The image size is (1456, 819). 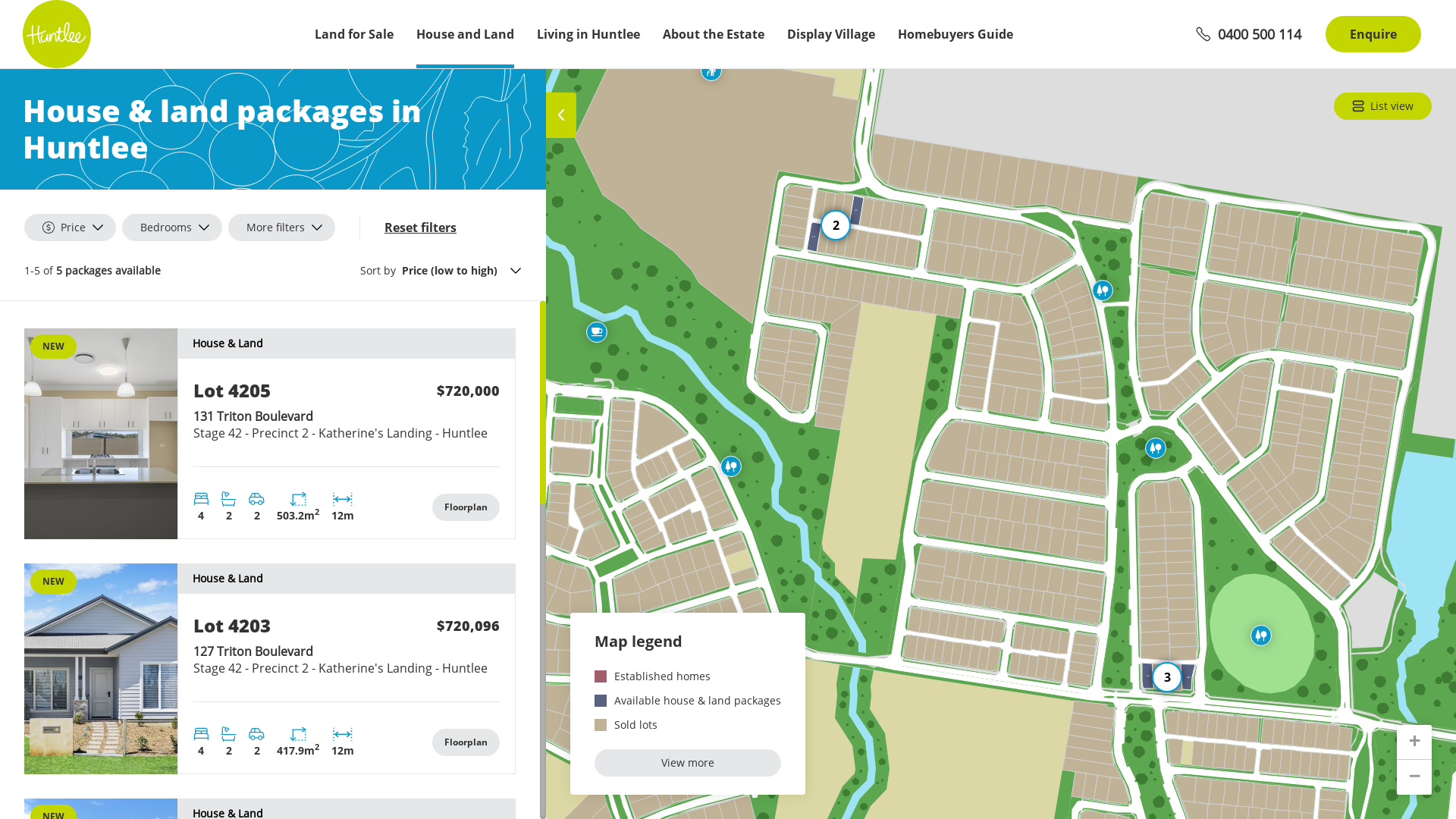 I want to click on 'Reset filters', so click(x=420, y=227).